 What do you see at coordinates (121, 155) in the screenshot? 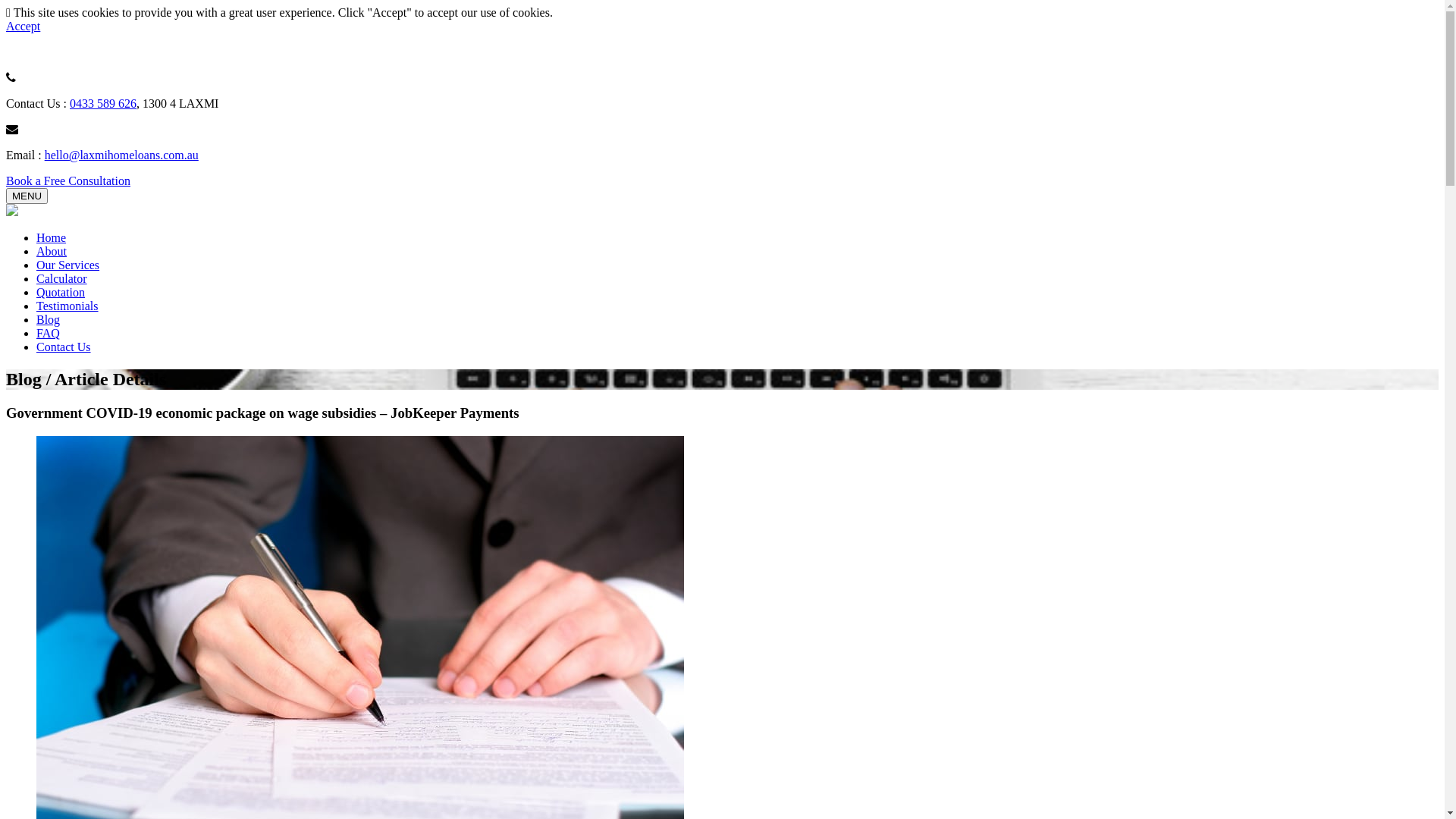
I see `'hello@laxmihomeloans.com.au'` at bounding box center [121, 155].